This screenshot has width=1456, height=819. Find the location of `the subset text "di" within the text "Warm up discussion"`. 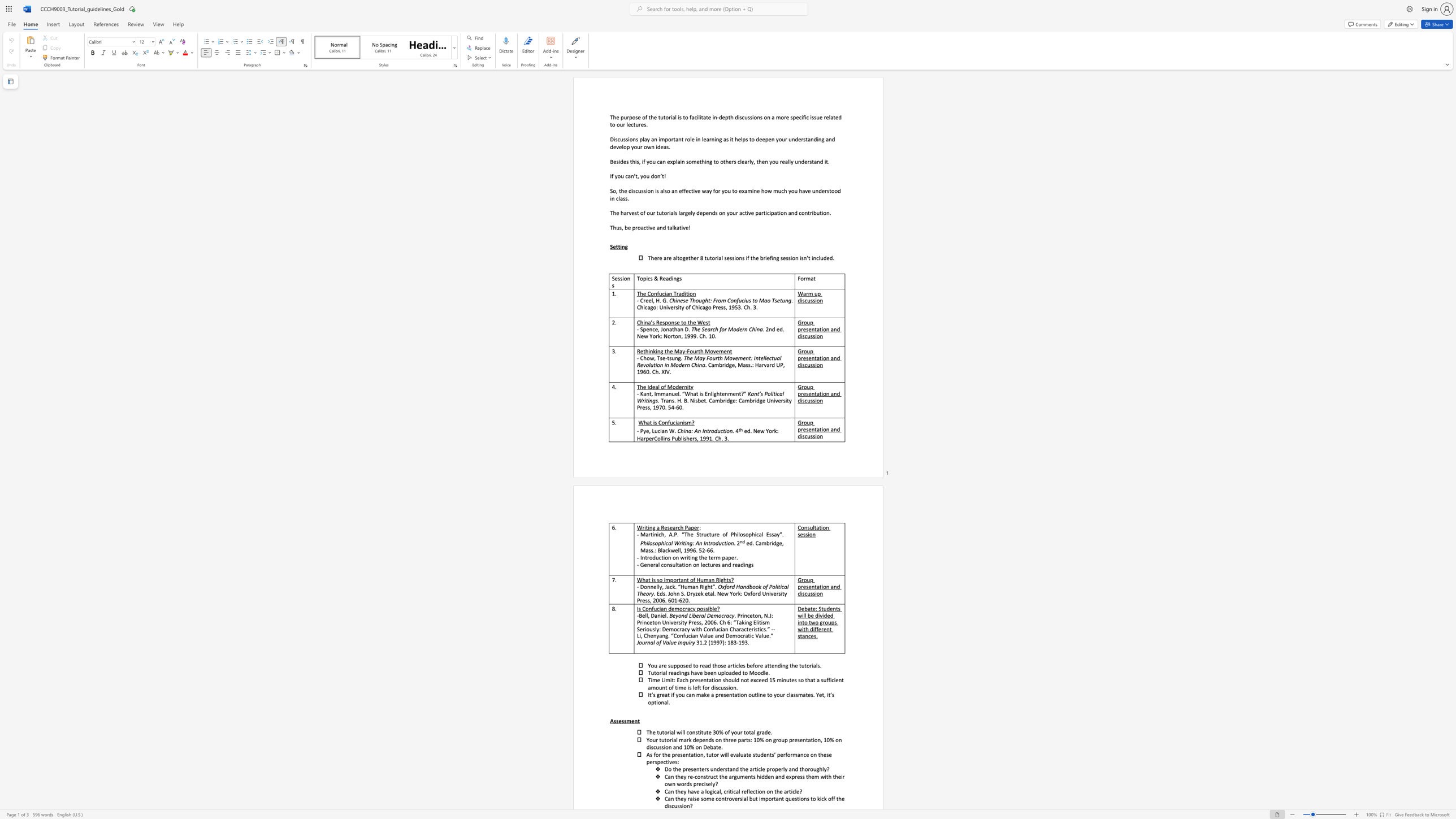

the subset text "di" within the text "Warm up discussion" is located at coordinates (798, 300).